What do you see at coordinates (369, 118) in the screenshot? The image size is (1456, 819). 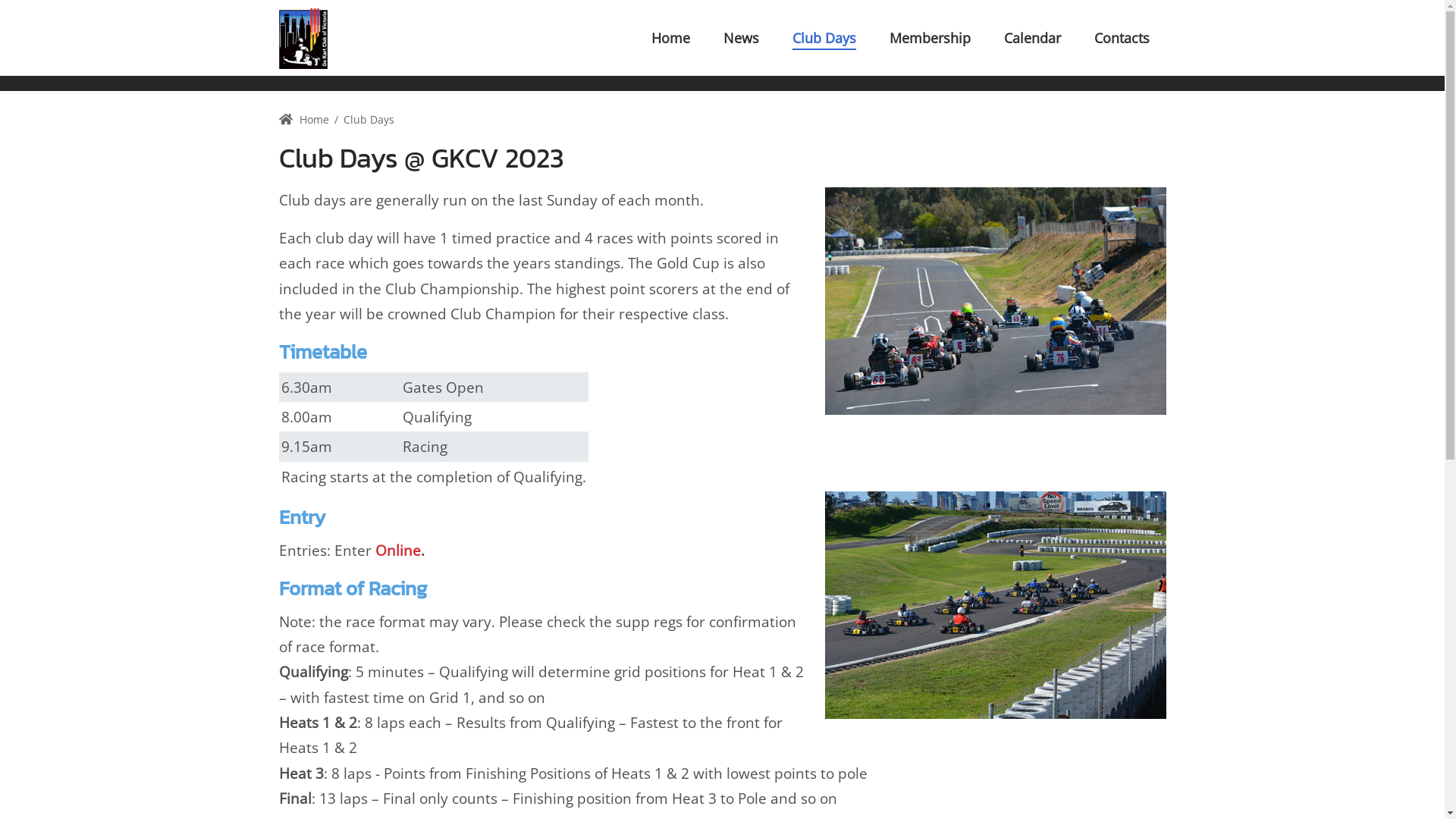 I see `'Club Days'` at bounding box center [369, 118].